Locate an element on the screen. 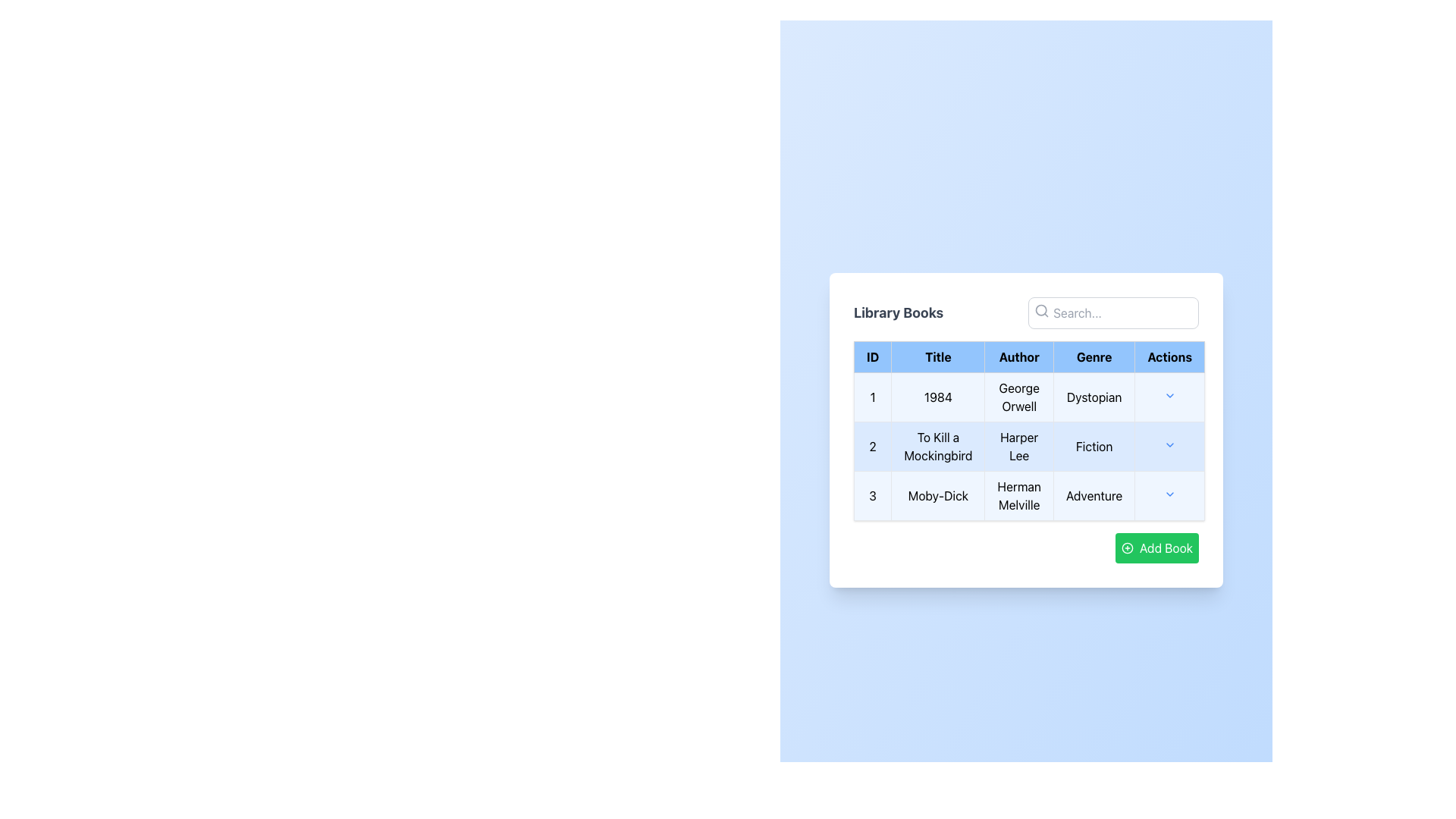 Image resolution: width=1456 pixels, height=819 pixels. the first row is located at coordinates (1029, 396).